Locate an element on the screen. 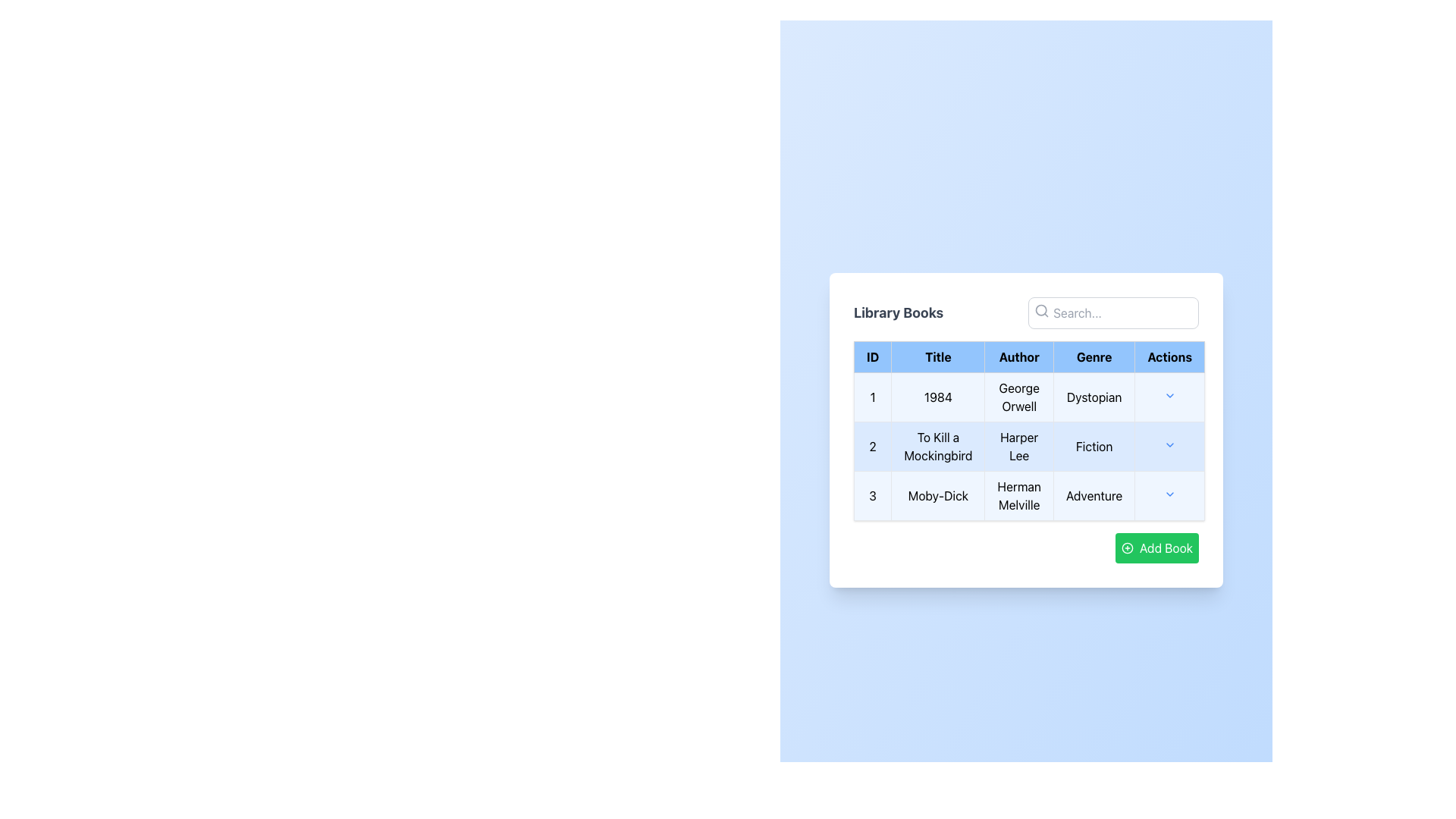 Image resolution: width=1456 pixels, height=819 pixels. the first row is located at coordinates (1029, 396).